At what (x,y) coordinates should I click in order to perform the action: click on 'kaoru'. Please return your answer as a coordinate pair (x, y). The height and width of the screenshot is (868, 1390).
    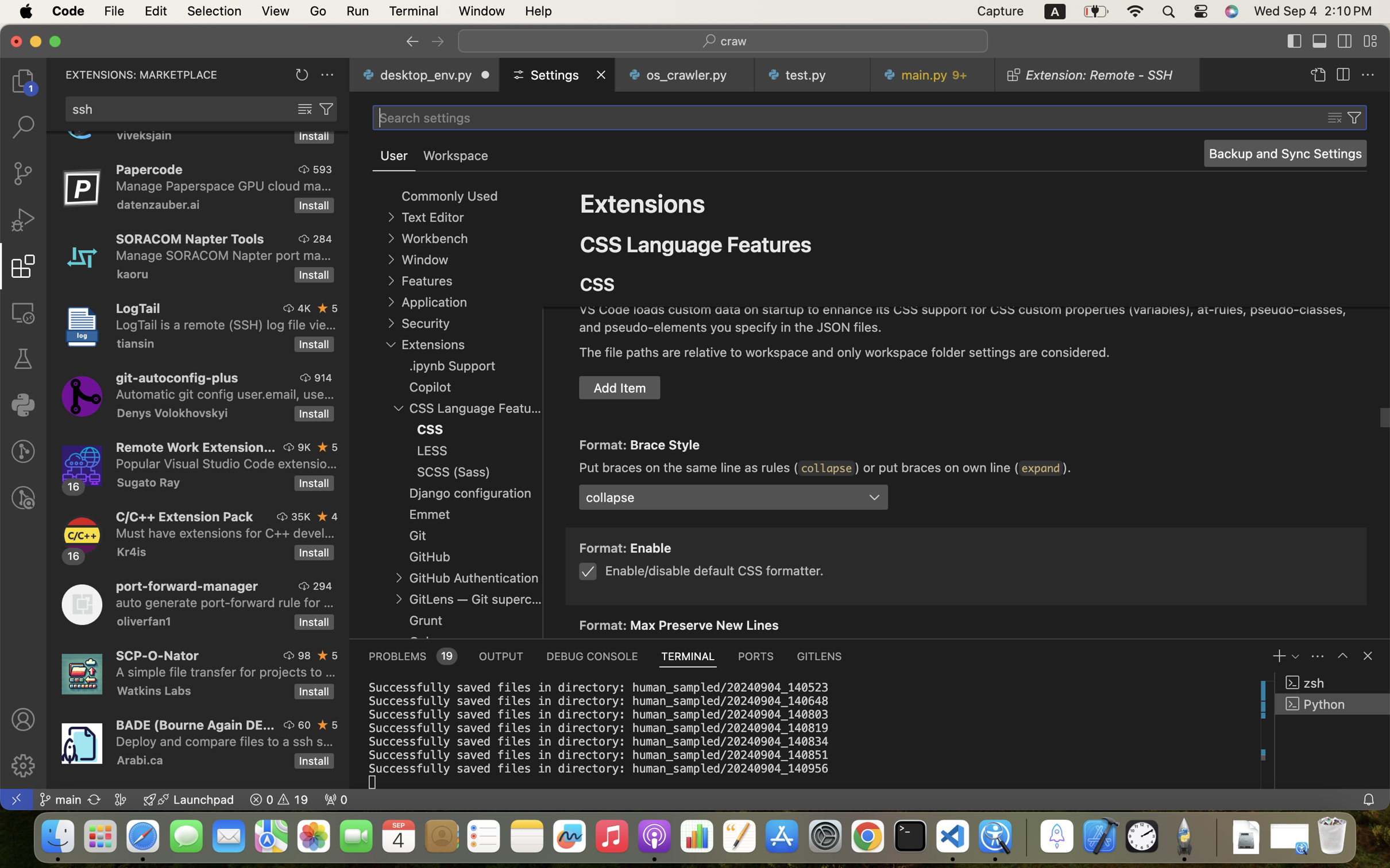
    Looking at the image, I should click on (132, 274).